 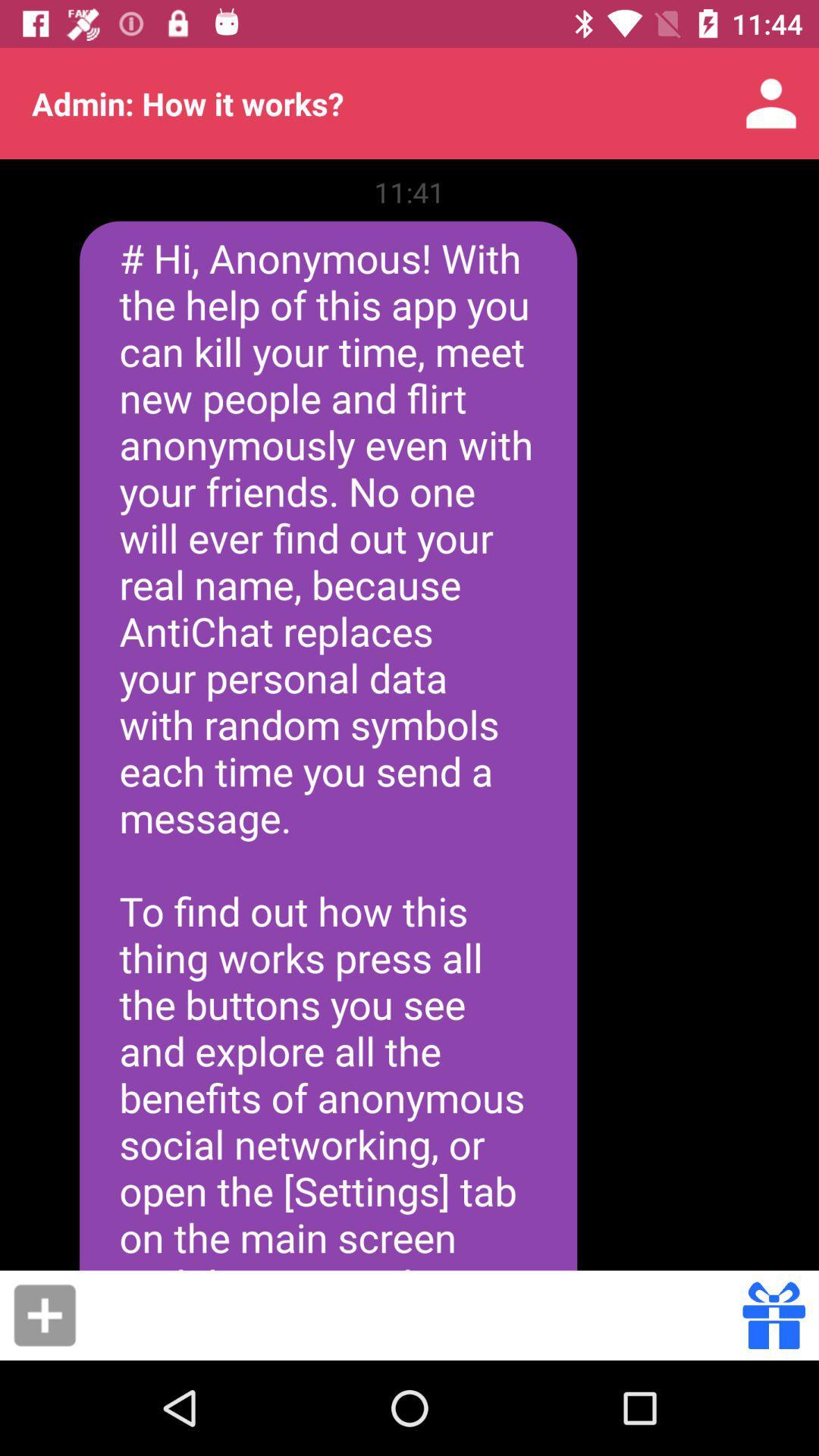 I want to click on the gift icon, so click(x=773, y=1314).